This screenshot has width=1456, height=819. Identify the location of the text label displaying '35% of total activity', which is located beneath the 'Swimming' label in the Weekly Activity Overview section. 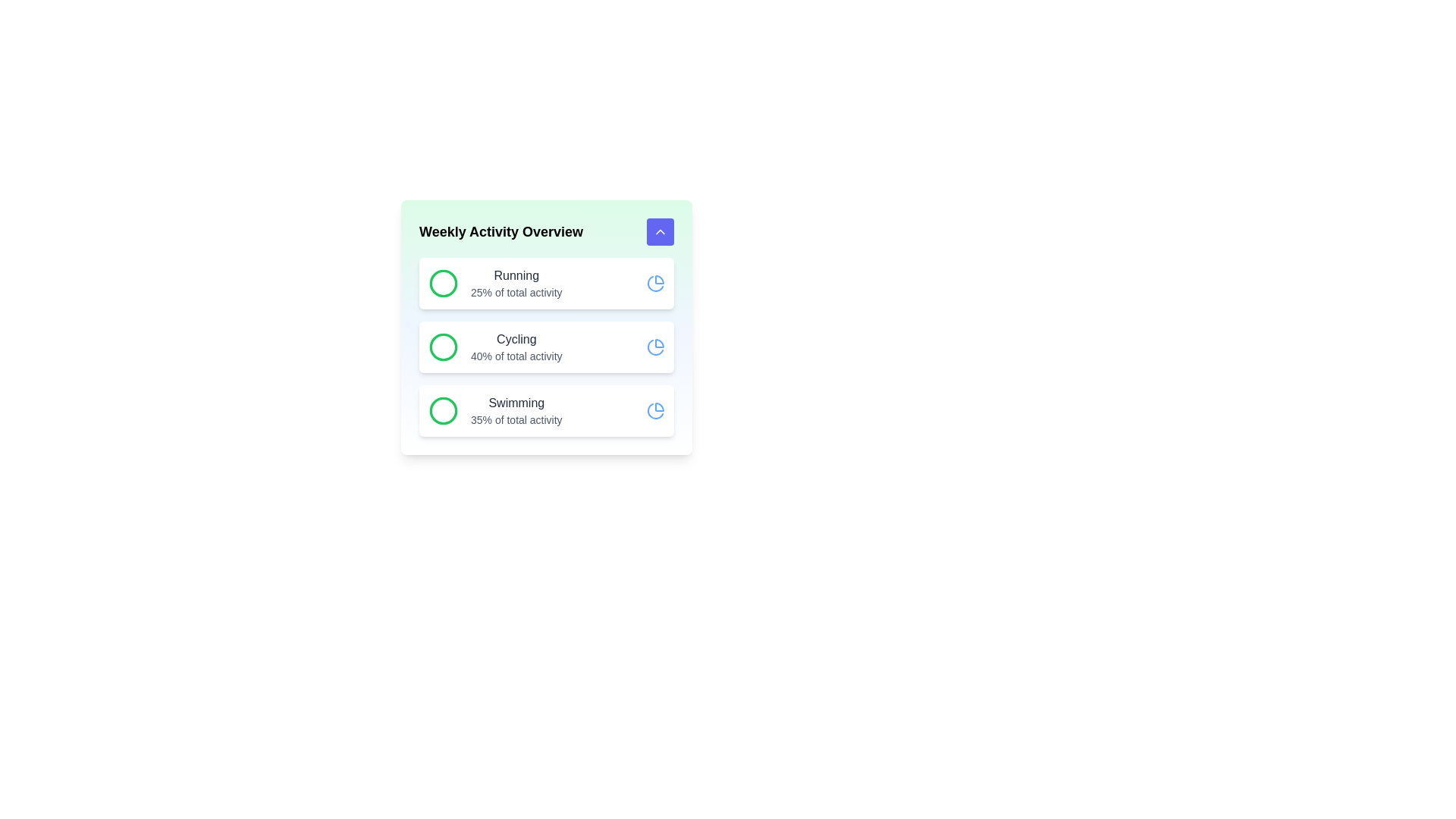
(516, 420).